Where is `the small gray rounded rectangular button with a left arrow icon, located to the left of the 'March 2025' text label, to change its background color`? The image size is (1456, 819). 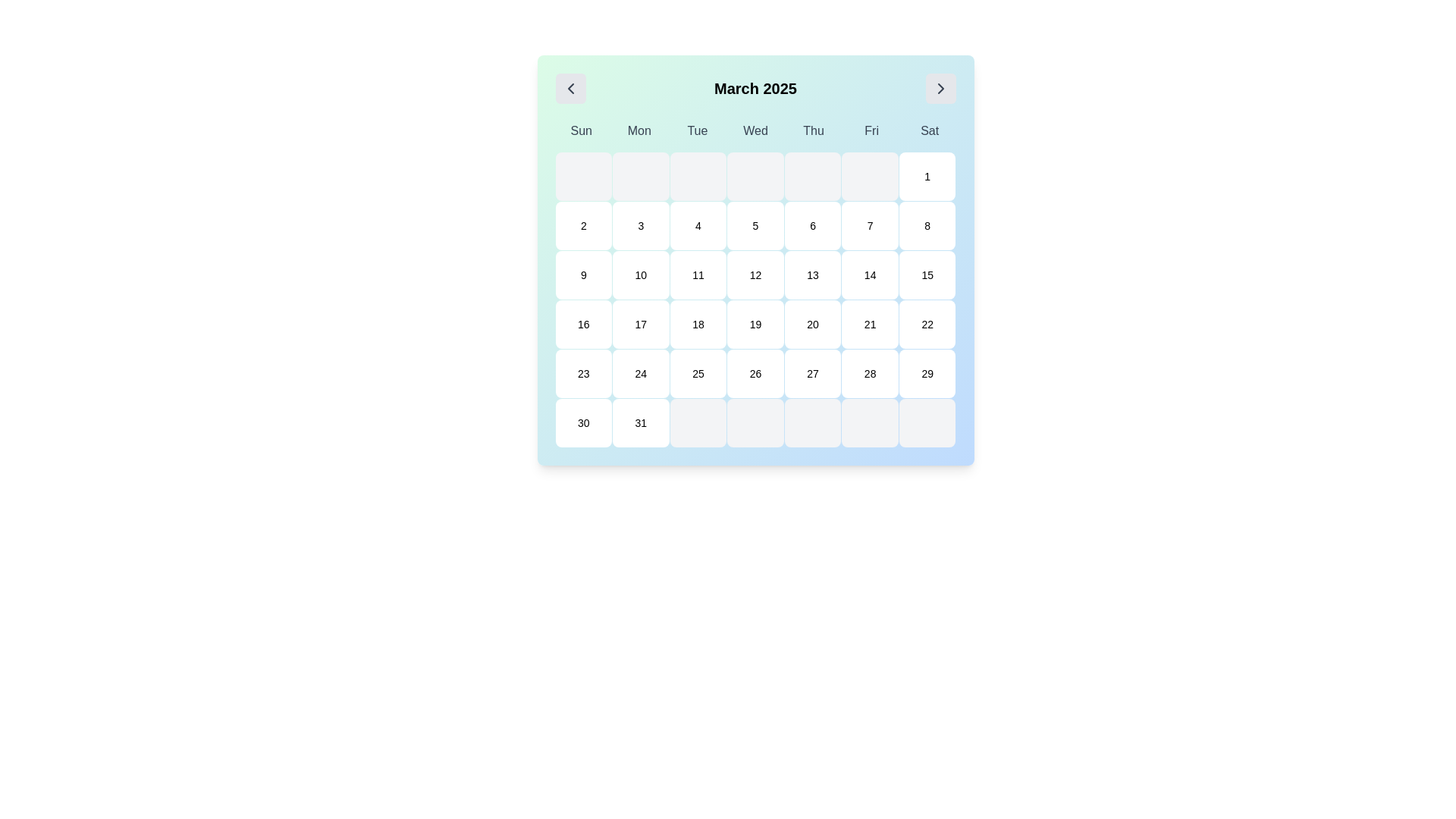 the small gray rounded rectangular button with a left arrow icon, located to the left of the 'March 2025' text label, to change its background color is located at coordinates (570, 88).